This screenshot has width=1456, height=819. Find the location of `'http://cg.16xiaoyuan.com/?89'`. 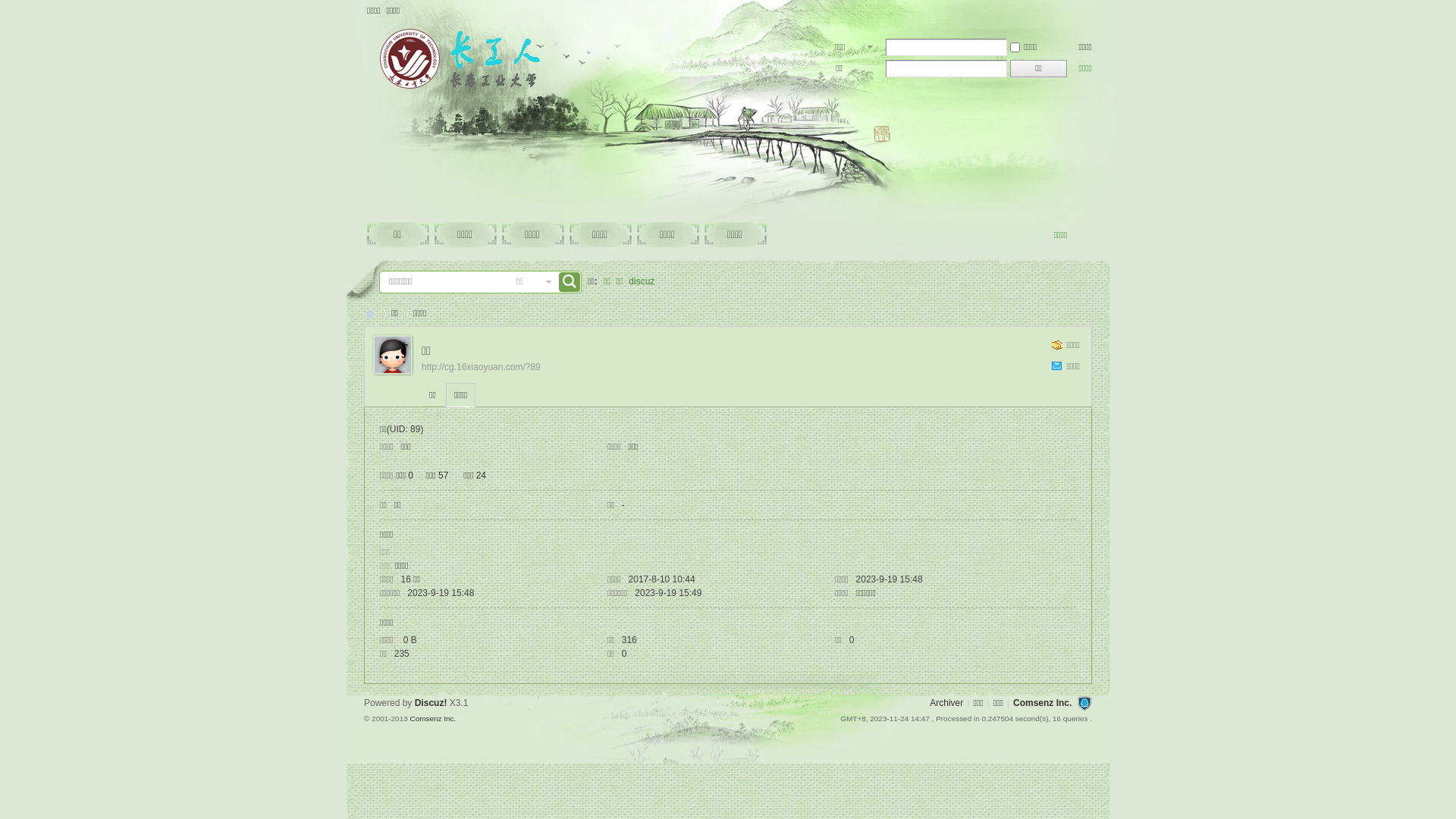

'http://cg.16xiaoyuan.com/?89' is located at coordinates (480, 366).